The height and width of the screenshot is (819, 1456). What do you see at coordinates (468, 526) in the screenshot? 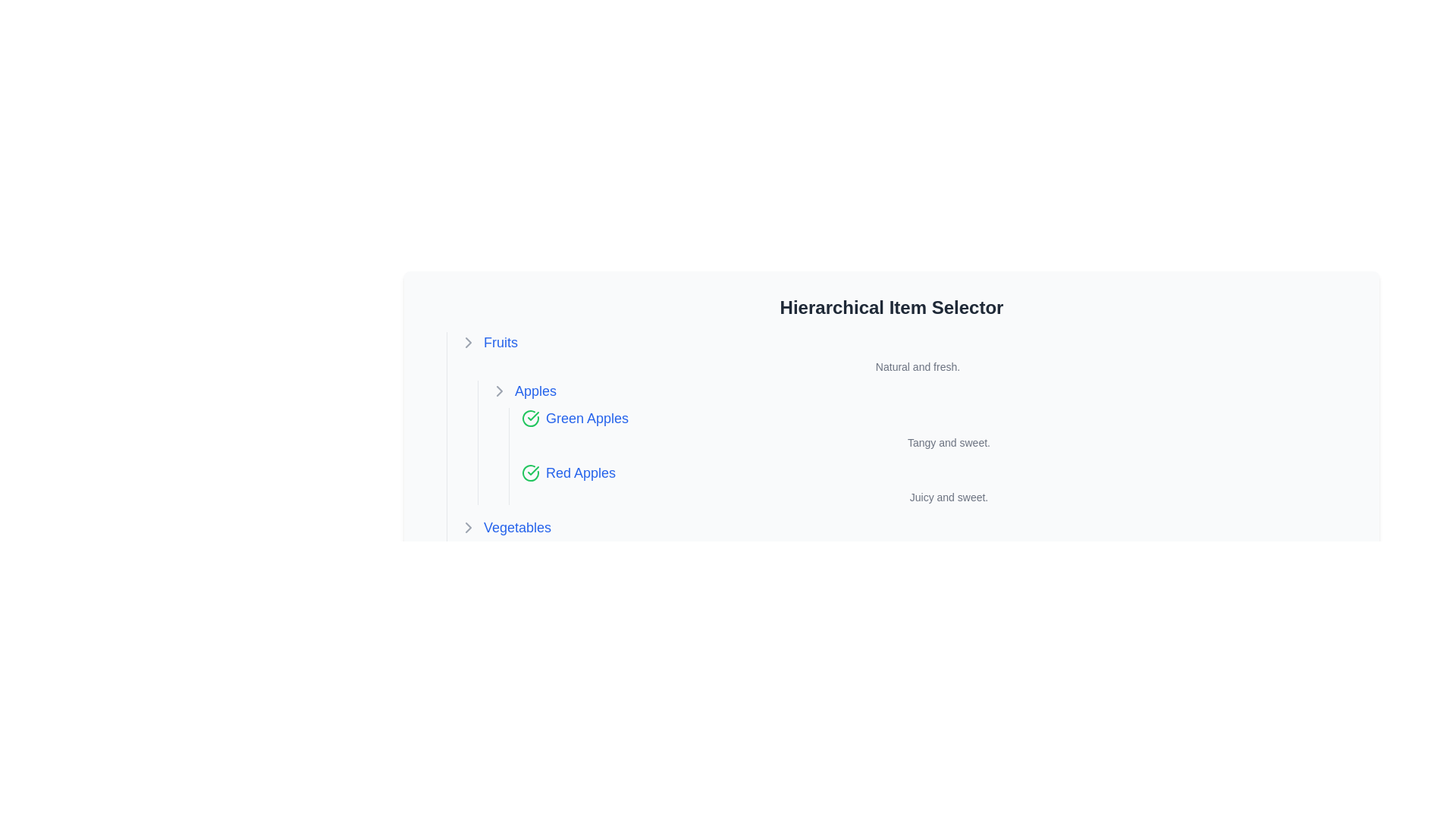
I see `the right-pointing chevron icon located to the left of the 'Vegetables' text` at bounding box center [468, 526].